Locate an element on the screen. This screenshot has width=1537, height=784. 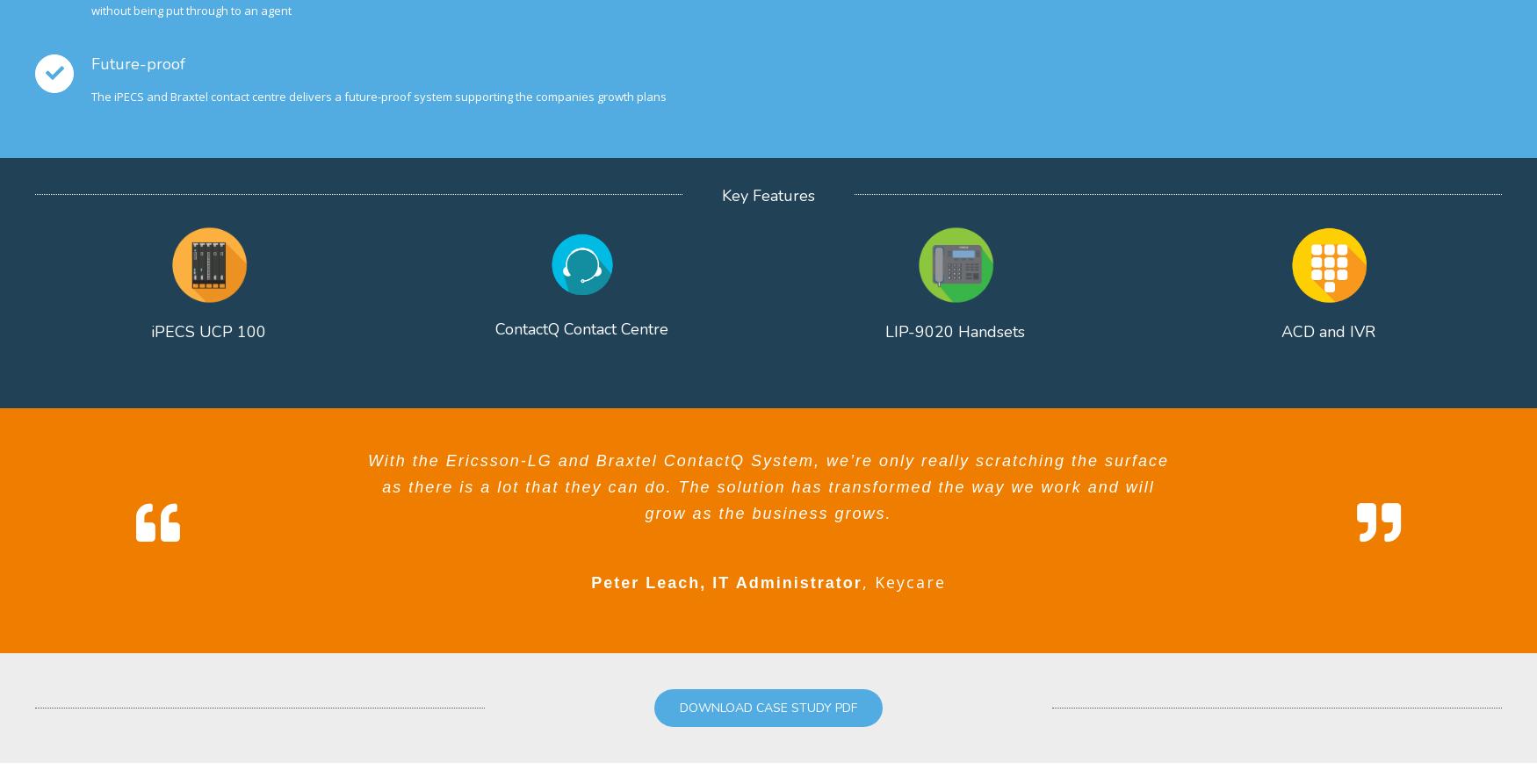
'iPECS UCP 100' is located at coordinates (208, 331).